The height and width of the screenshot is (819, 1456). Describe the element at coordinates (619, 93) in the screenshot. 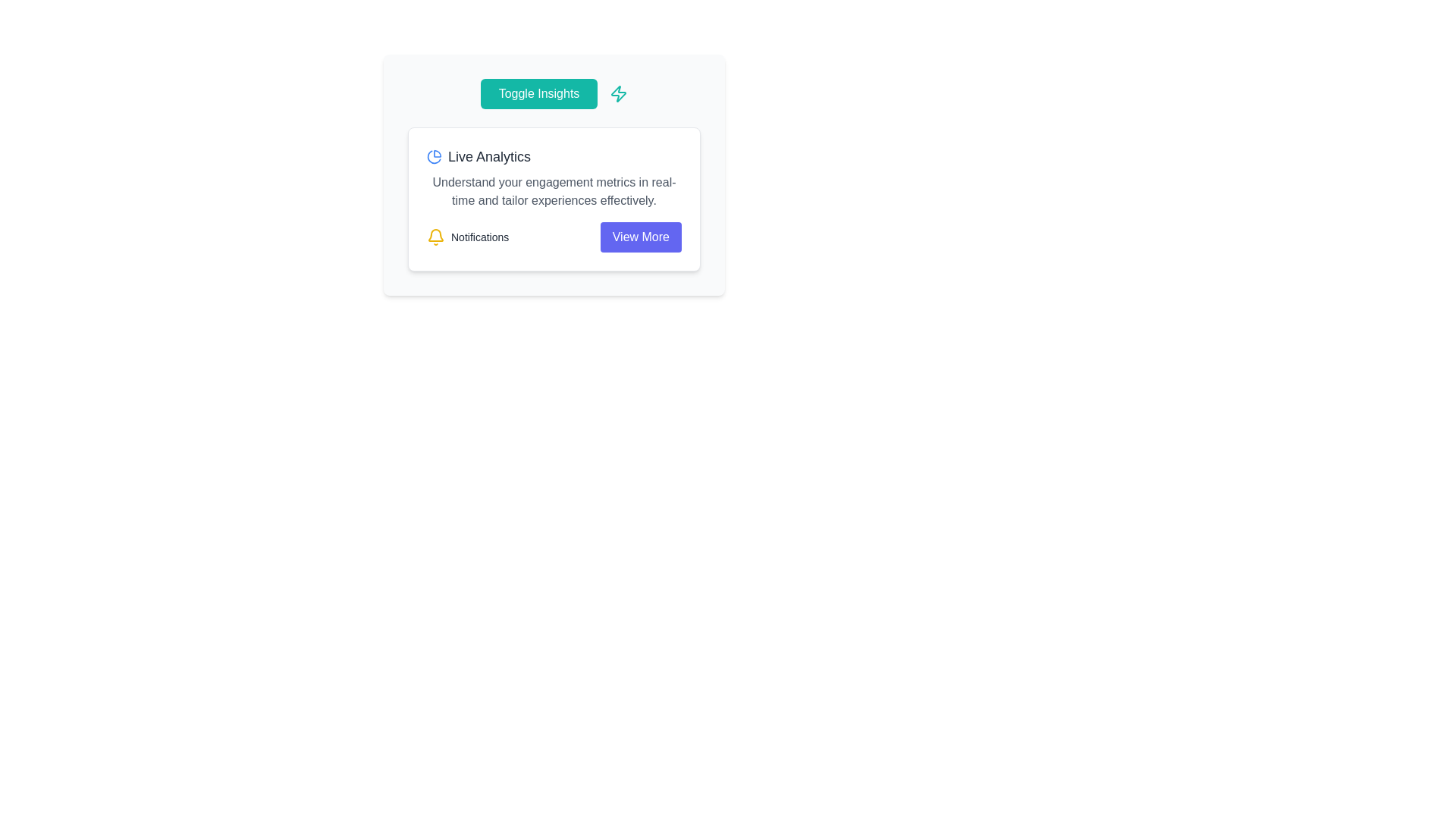

I see `the visual state of the lightning icon located to the right of the 'Toggle Insights' button, aligned vertically at the center of the button` at that location.